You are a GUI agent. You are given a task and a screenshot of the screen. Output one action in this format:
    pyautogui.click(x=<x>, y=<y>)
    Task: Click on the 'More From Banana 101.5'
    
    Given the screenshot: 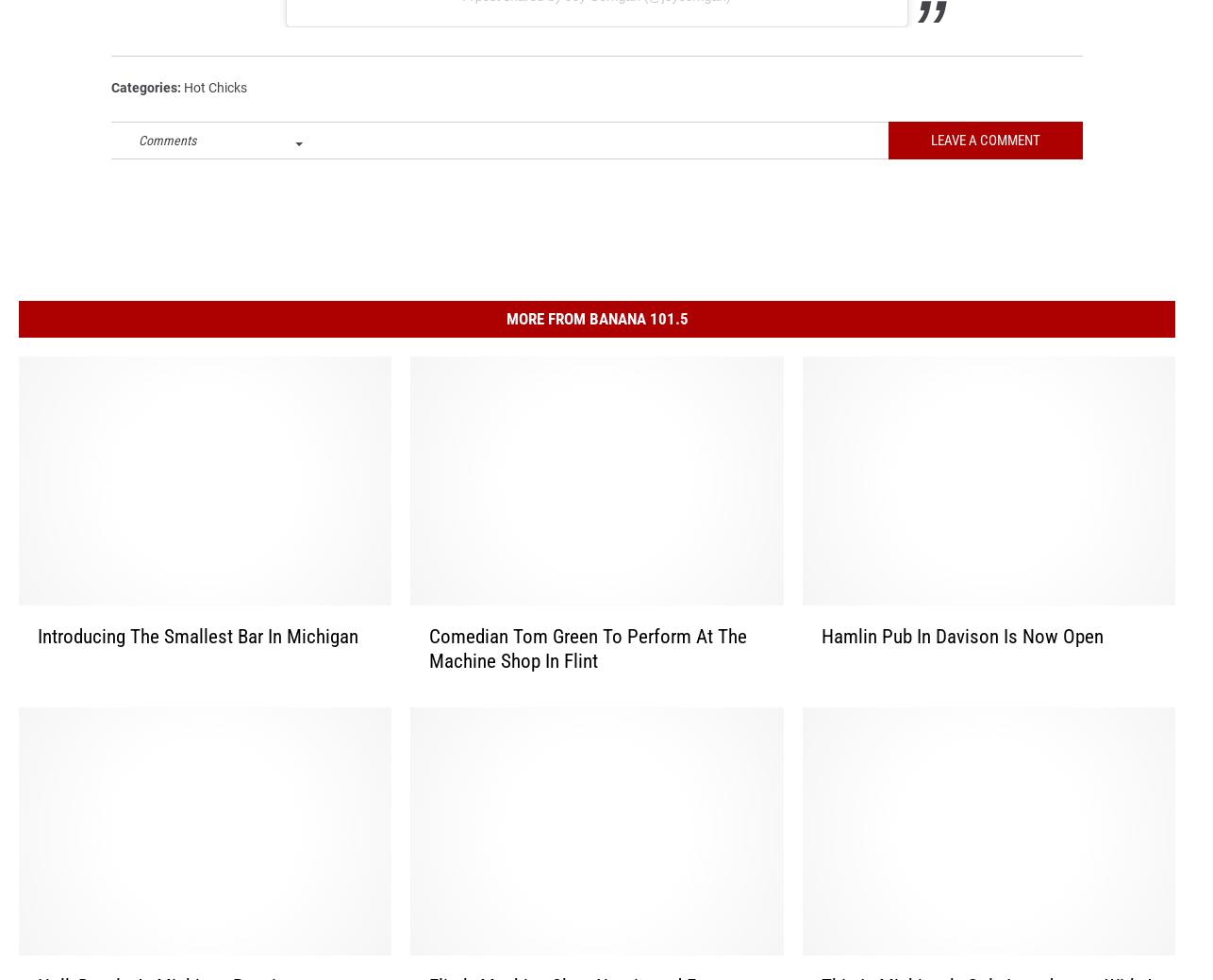 What is the action you would take?
    pyautogui.click(x=595, y=343)
    